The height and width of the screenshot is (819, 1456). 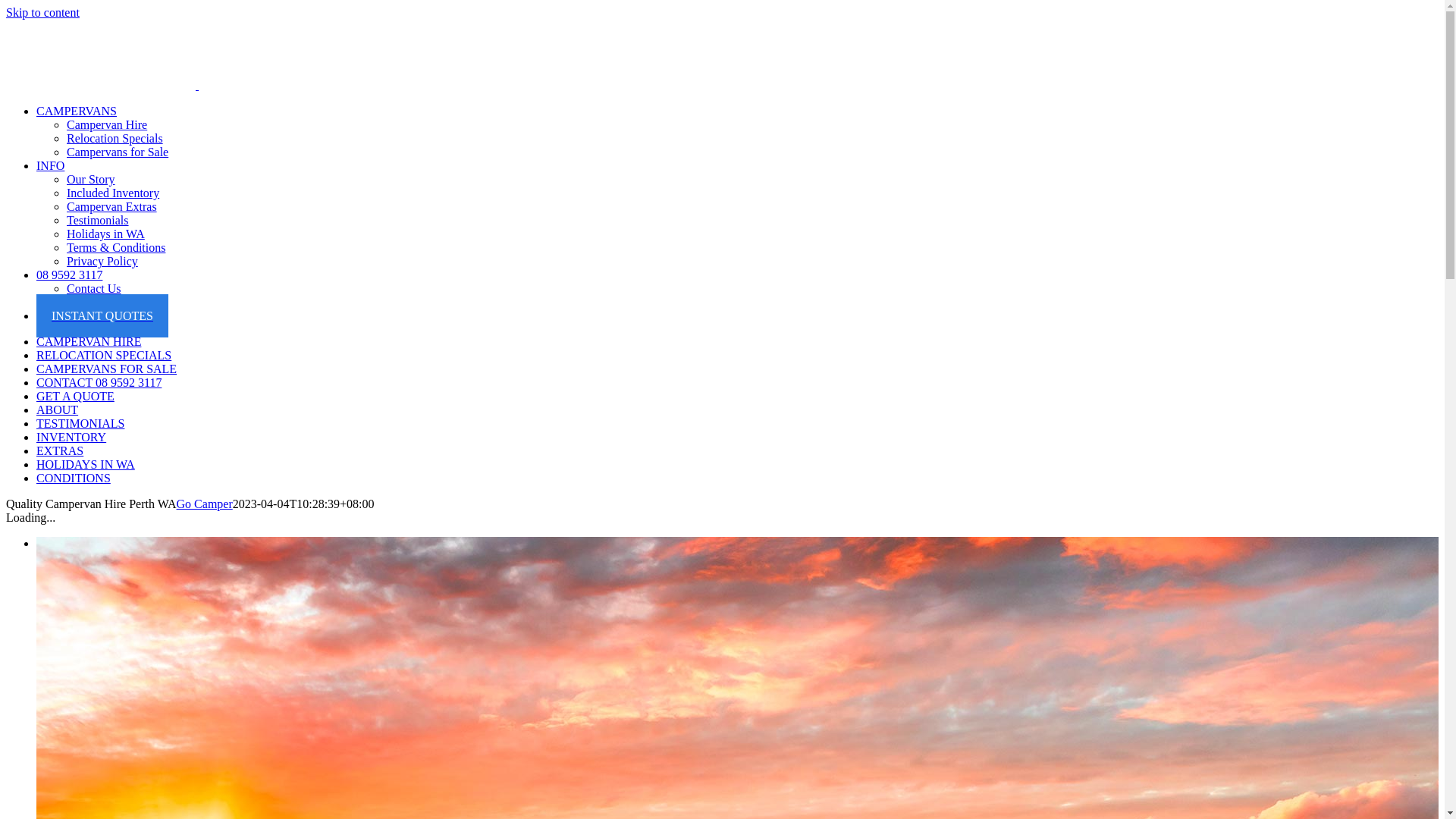 What do you see at coordinates (68, 275) in the screenshot?
I see `'08 9592 3117'` at bounding box center [68, 275].